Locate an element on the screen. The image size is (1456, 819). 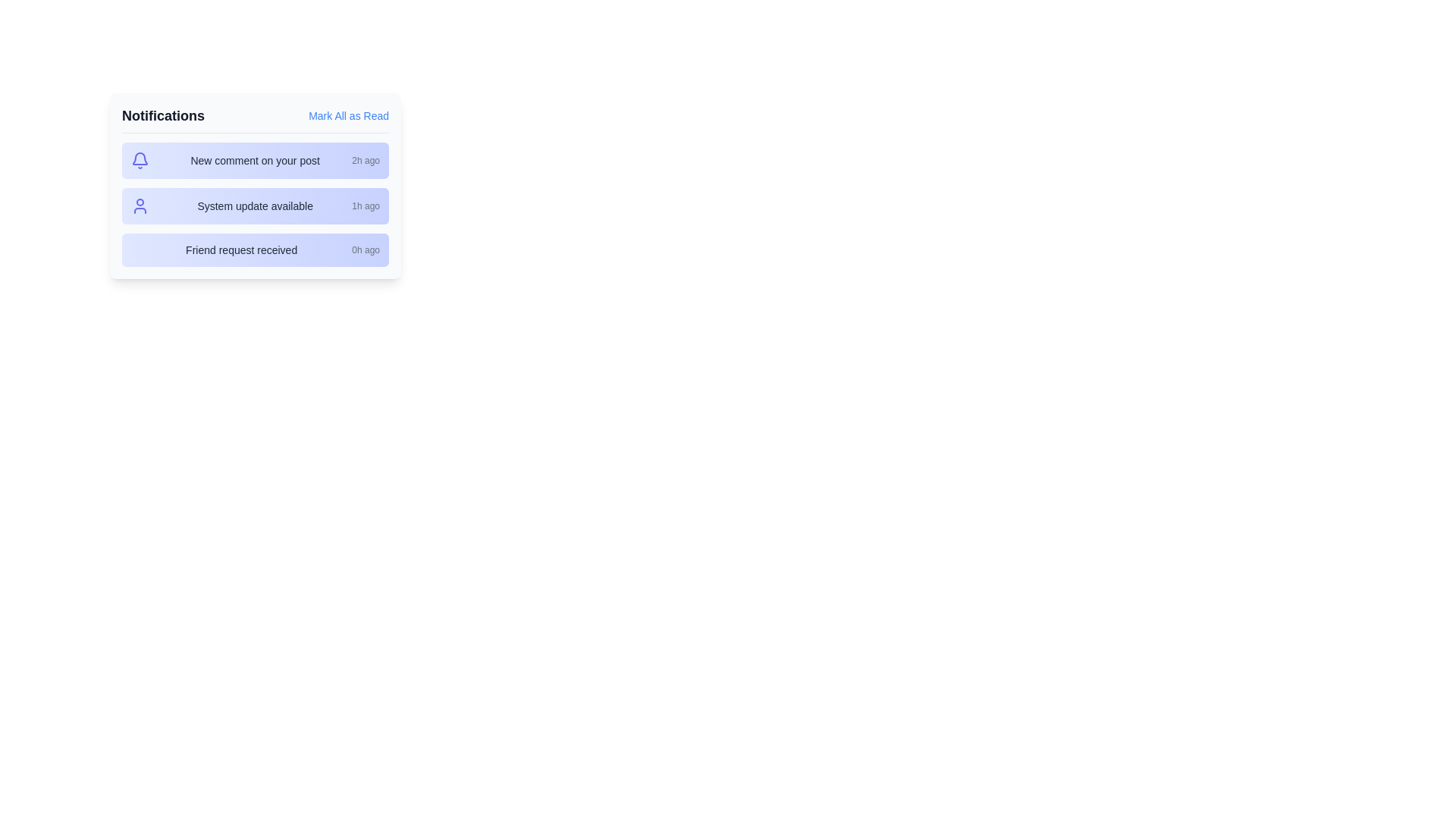
the text label displaying '2h ago', which is styled in light gray and positioned to the right of 'New comment on your post' is located at coordinates (366, 161).